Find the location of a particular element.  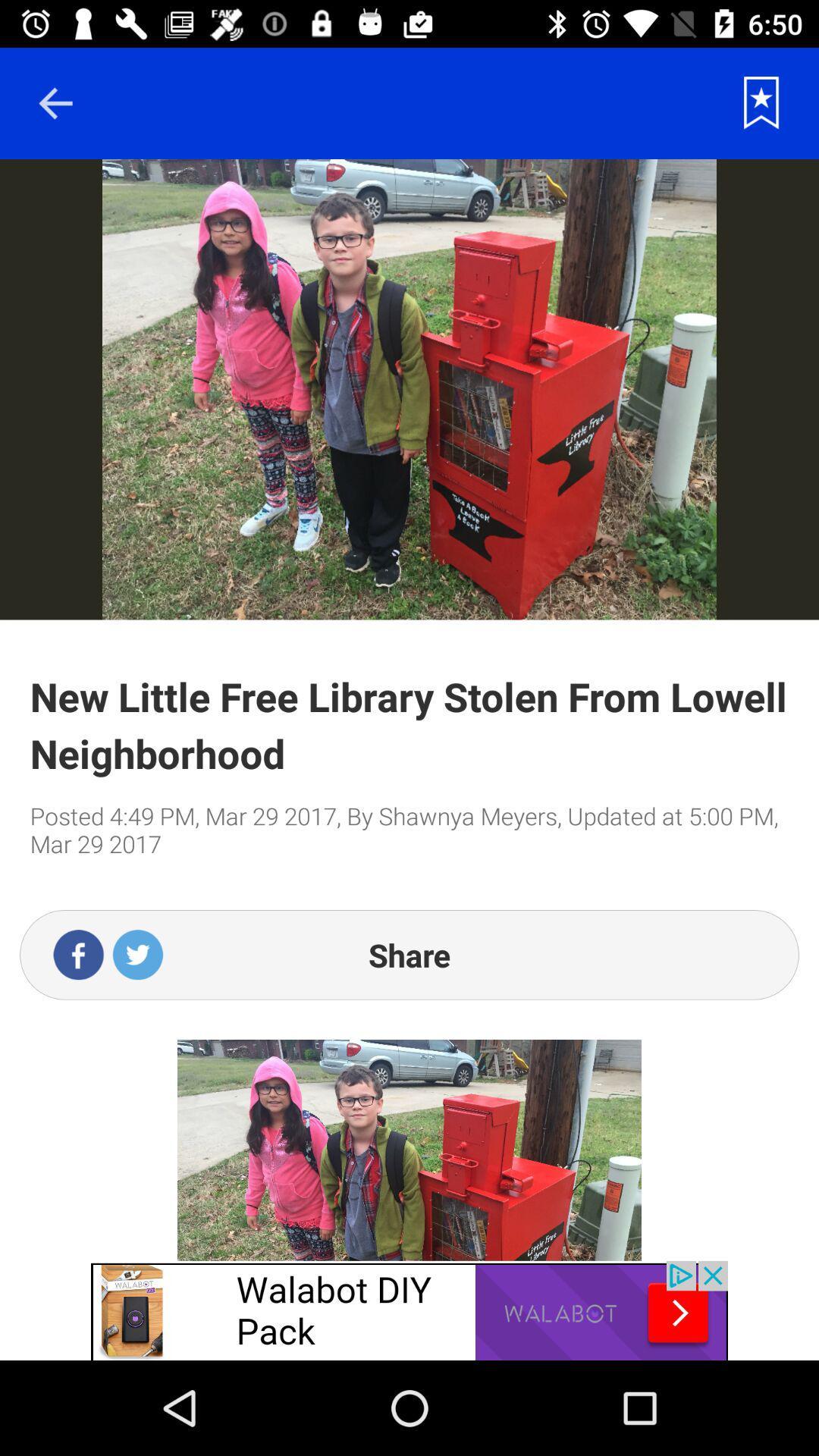

the bookmark icon is located at coordinates (761, 102).